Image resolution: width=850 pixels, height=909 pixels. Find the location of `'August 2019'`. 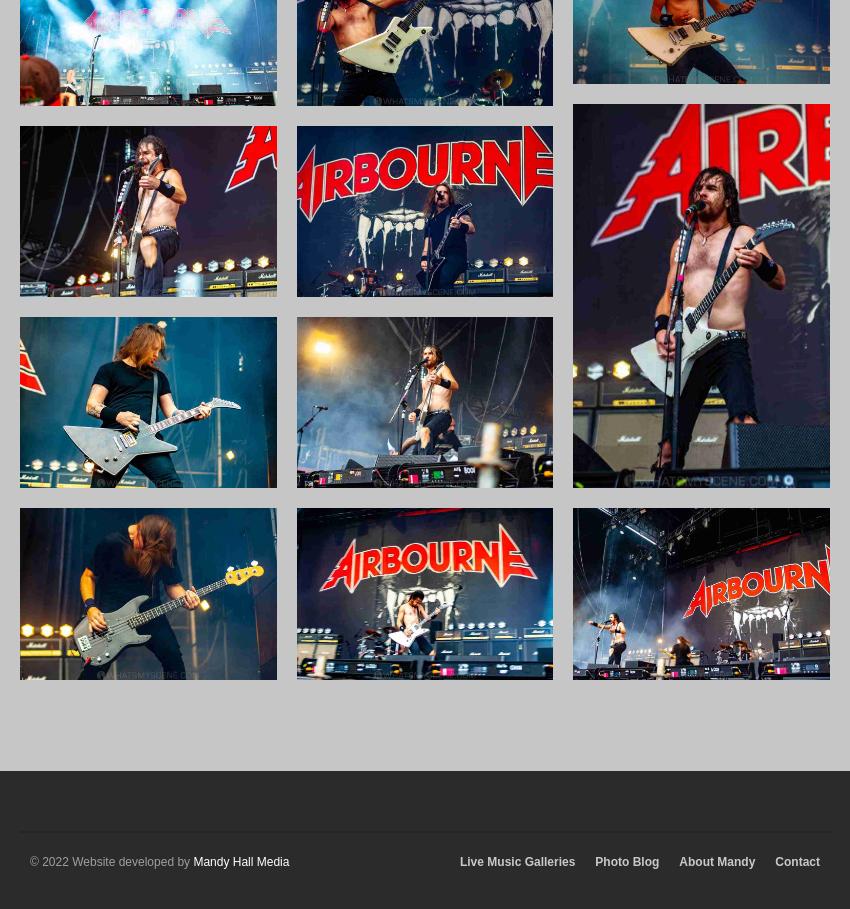

'August 2019' is located at coordinates (672, 188).